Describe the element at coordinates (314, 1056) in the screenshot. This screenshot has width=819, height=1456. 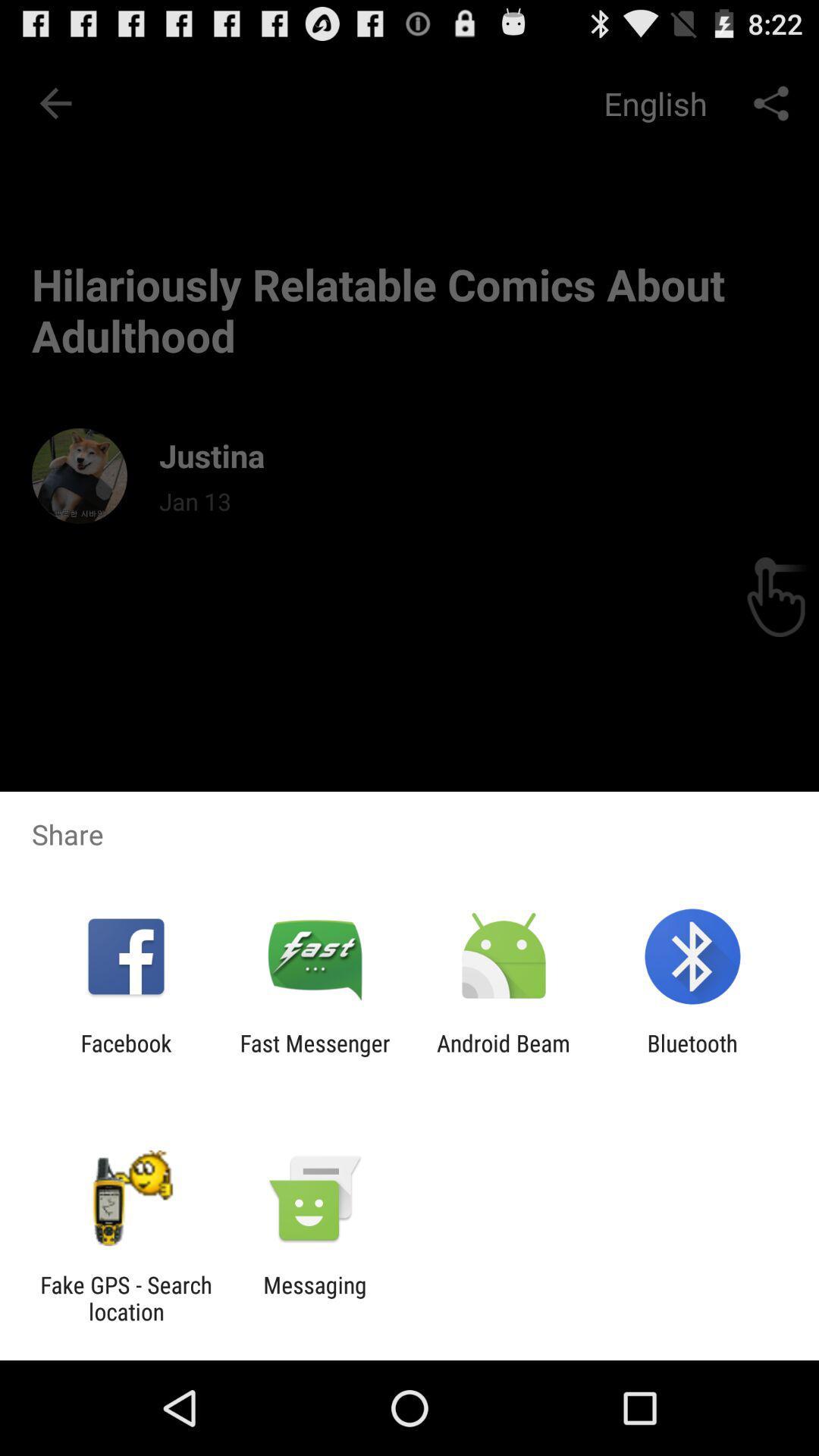
I see `icon next to facebook` at that location.